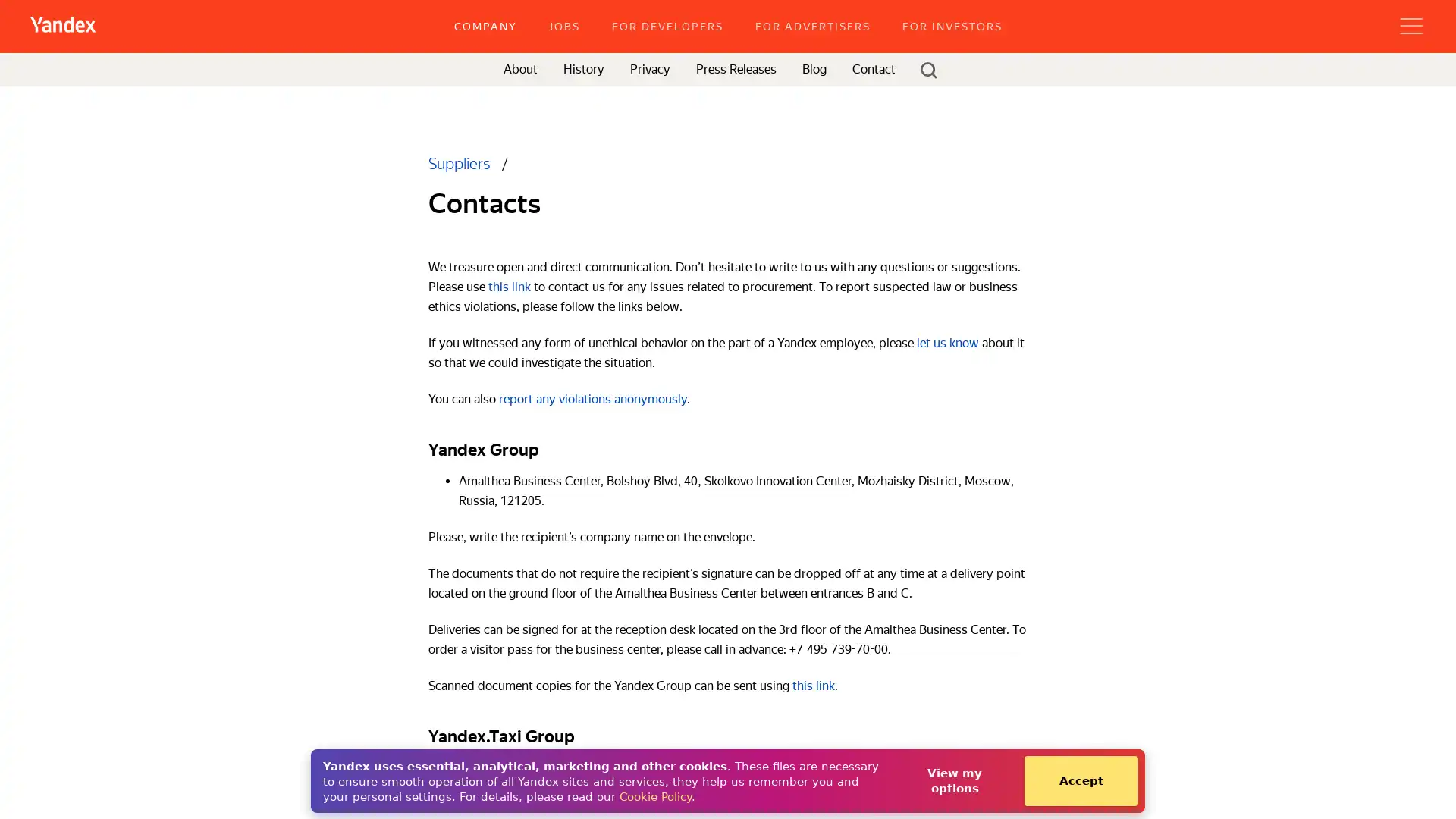  What do you see at coordinates (953, 780) in the screenshot?
I see `View my options` at bounding box center [953, 780].